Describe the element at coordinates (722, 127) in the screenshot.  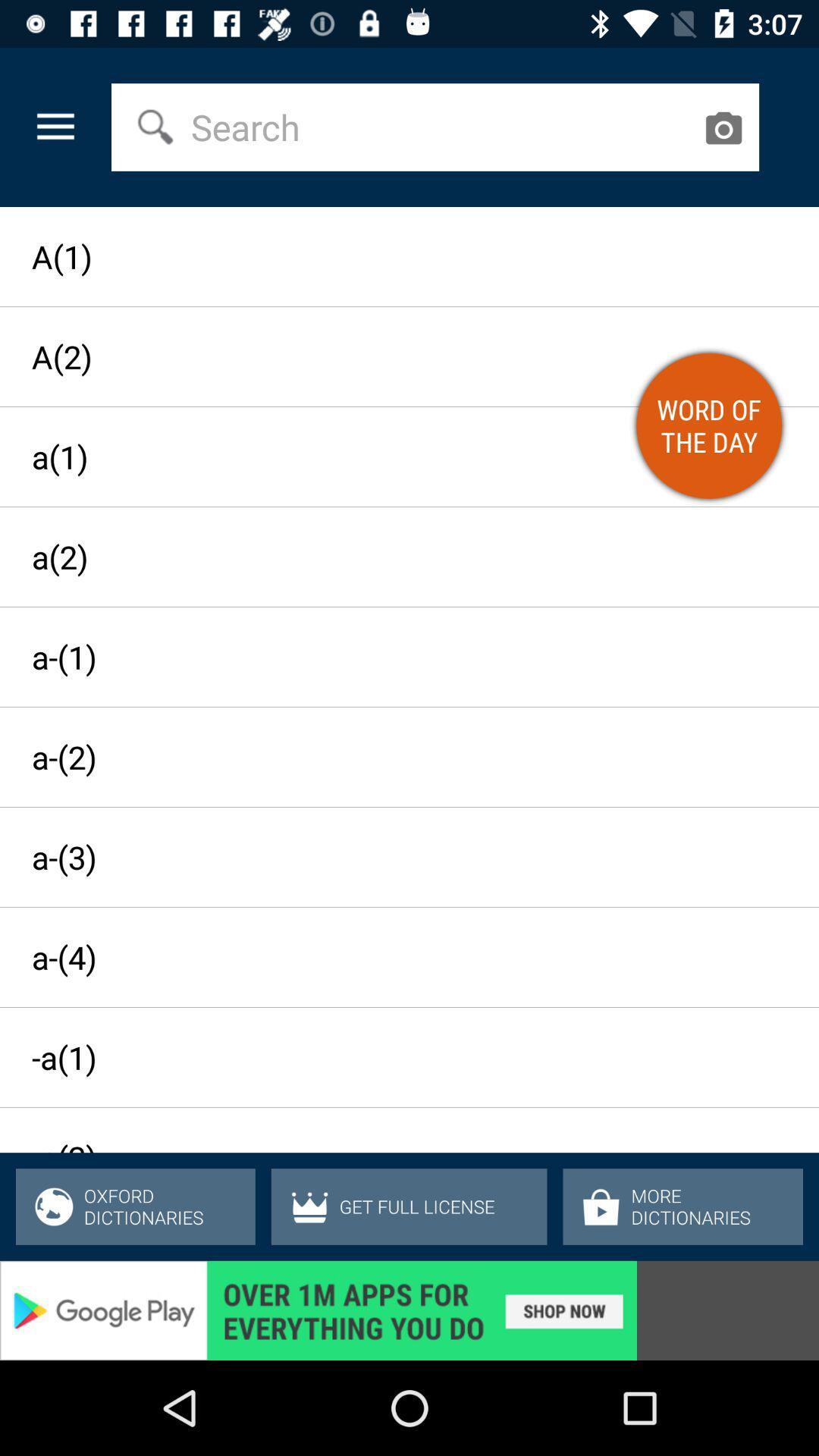
I see `take photo` at that location.